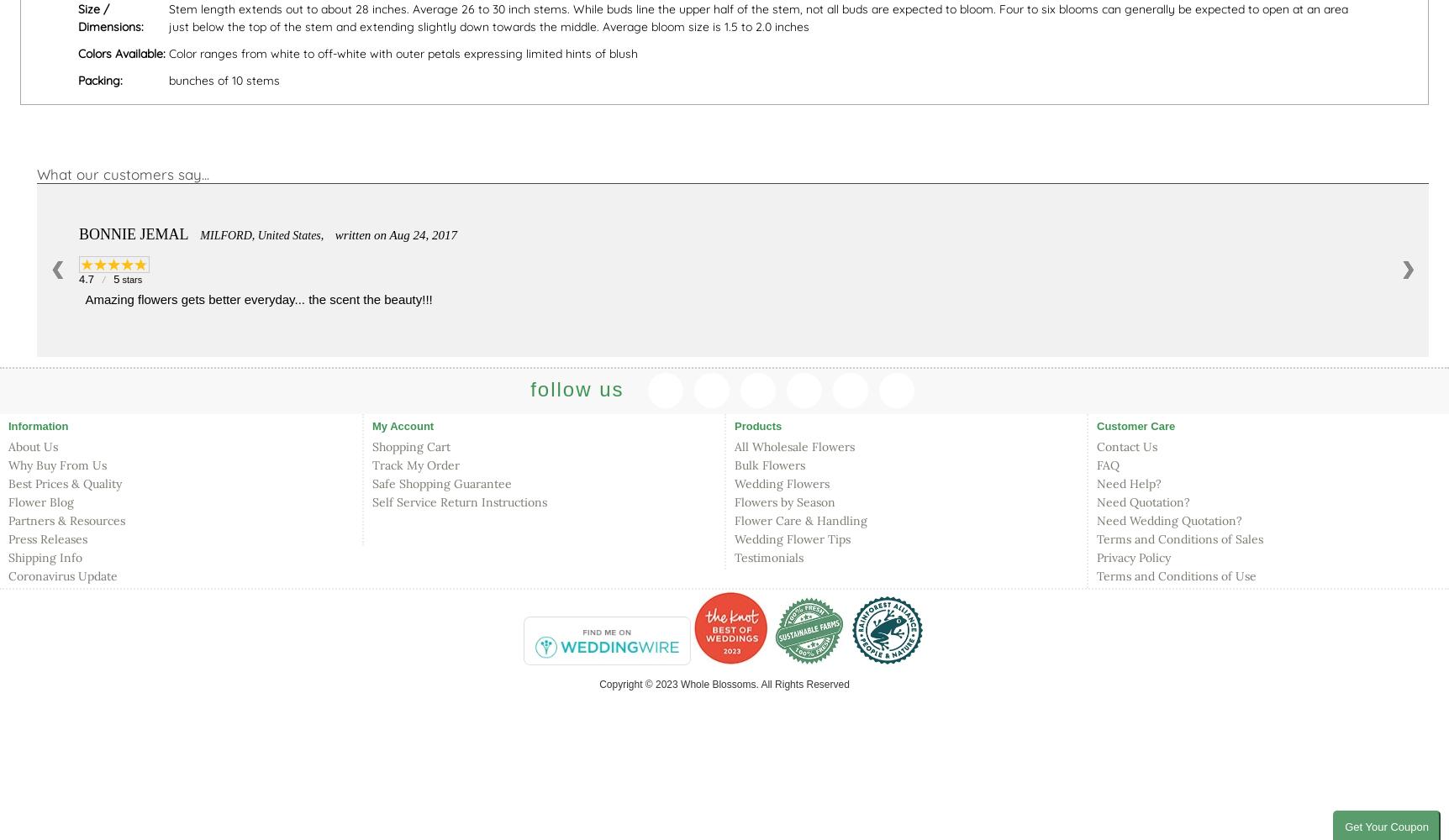  I want to click on 'Best Prices & Quality', so click(64, 483).